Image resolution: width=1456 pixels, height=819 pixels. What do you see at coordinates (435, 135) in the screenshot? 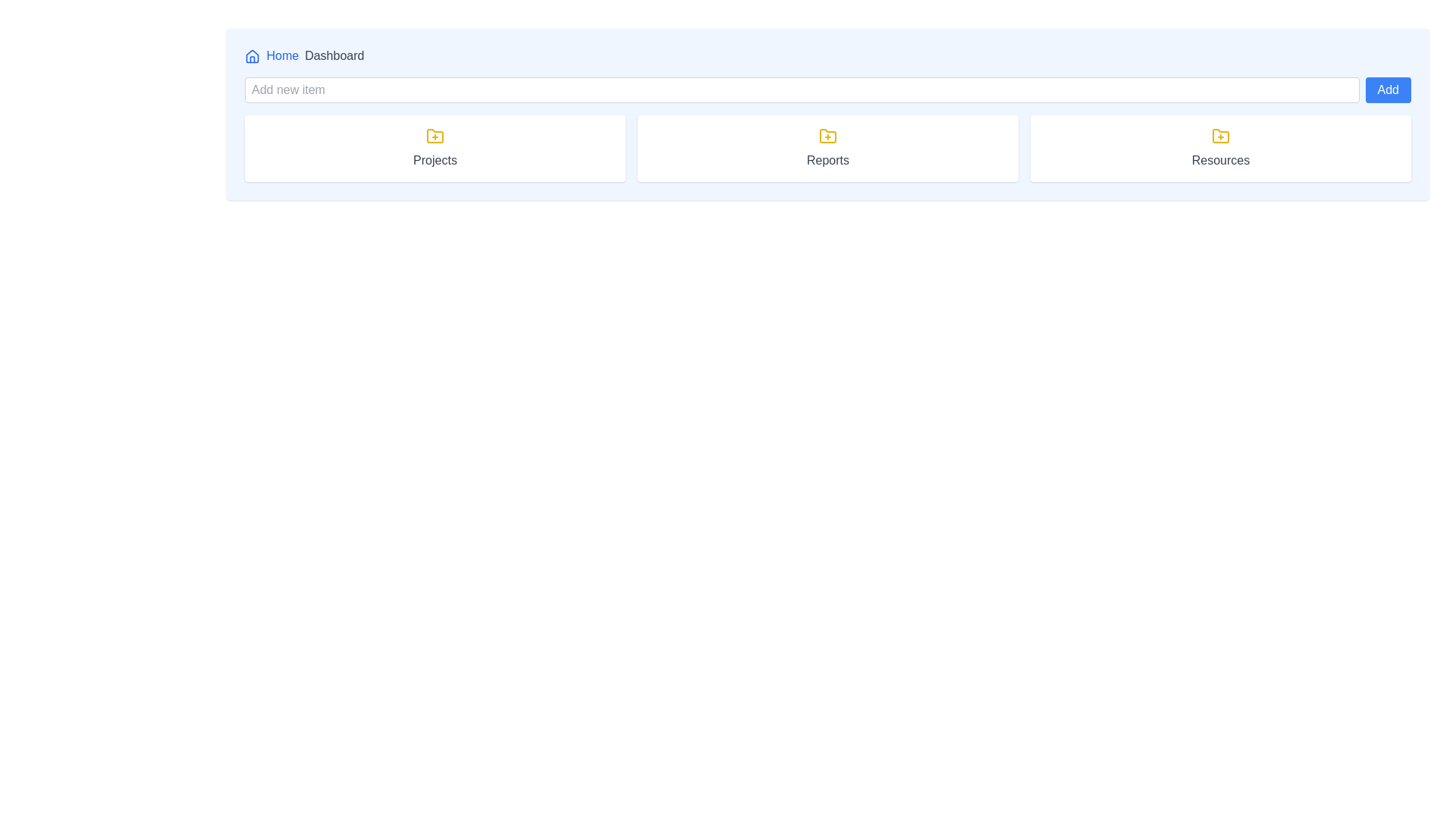
I see `the leftmost folder icon labeled 'Projects'` at bounding box center [435, 135].